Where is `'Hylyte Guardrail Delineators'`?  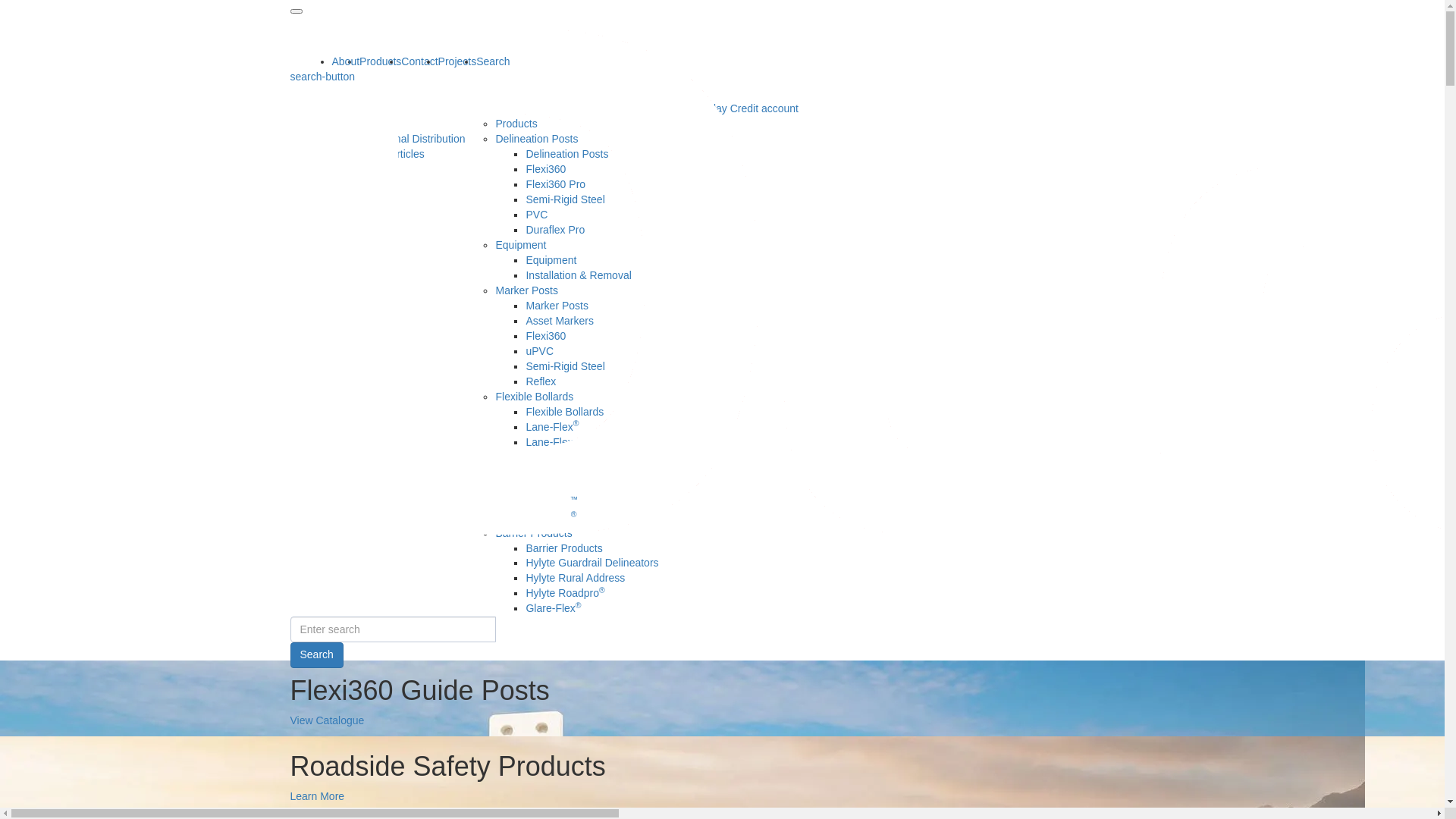 'Hylyte Guardrail Delineators' is located at coordinates (591, 562).